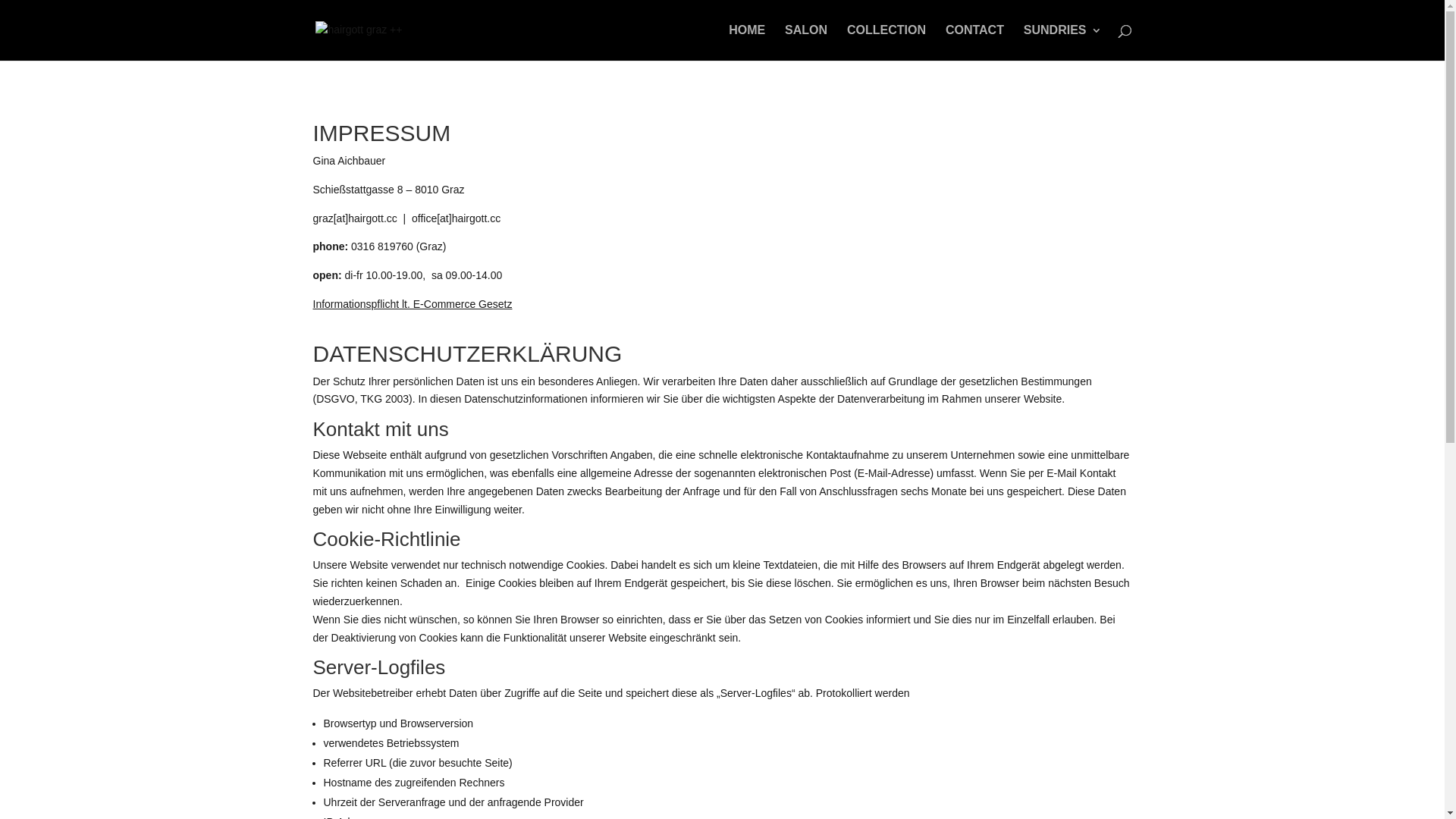 This screenshot has height=819, width=1456. Describe the element at coordinates (1062, 42) in the screenshot. I see `'SUNDRIES'` at that location.